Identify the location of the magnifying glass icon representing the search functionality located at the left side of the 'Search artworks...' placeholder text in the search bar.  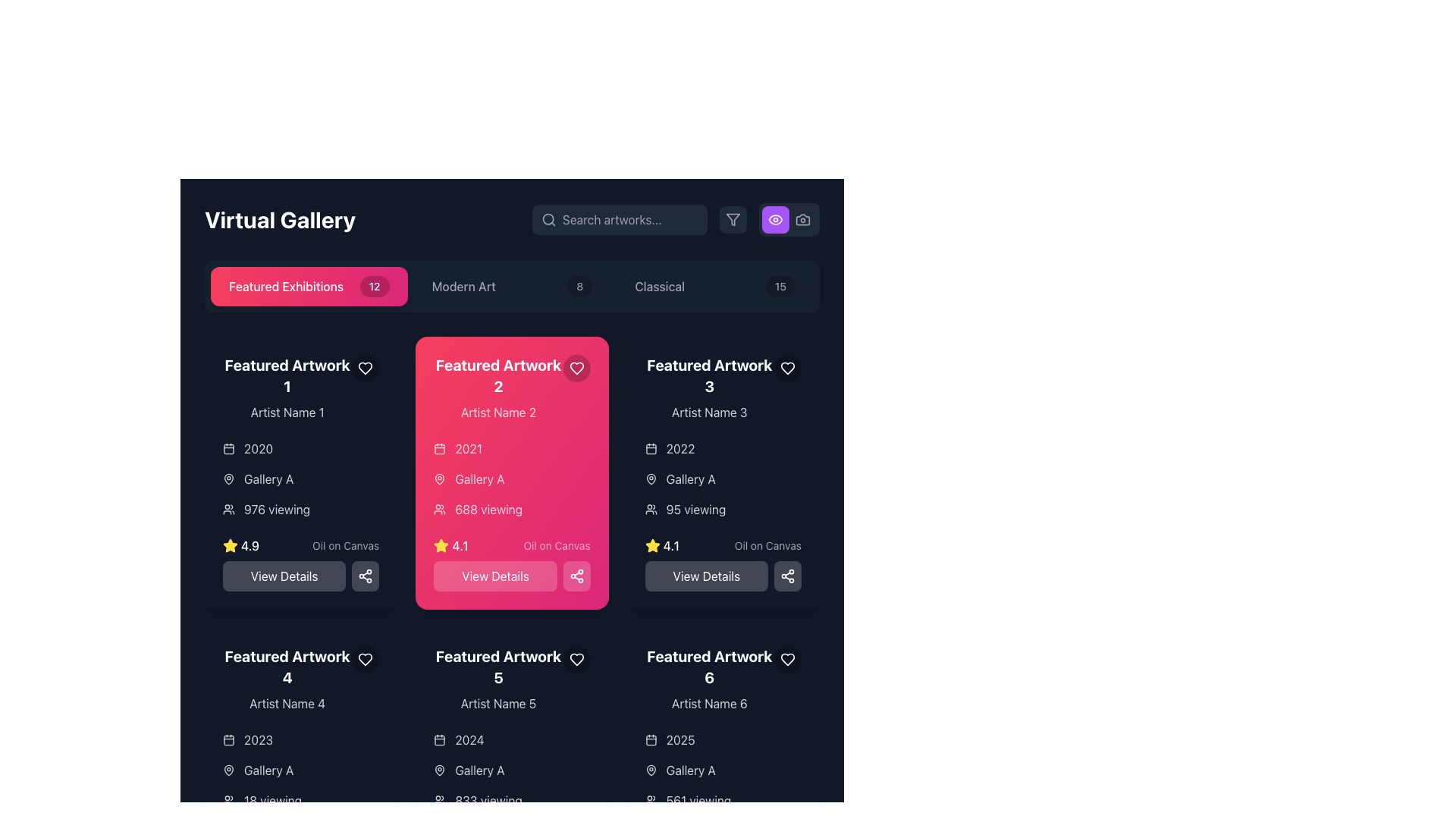
(548, 219).